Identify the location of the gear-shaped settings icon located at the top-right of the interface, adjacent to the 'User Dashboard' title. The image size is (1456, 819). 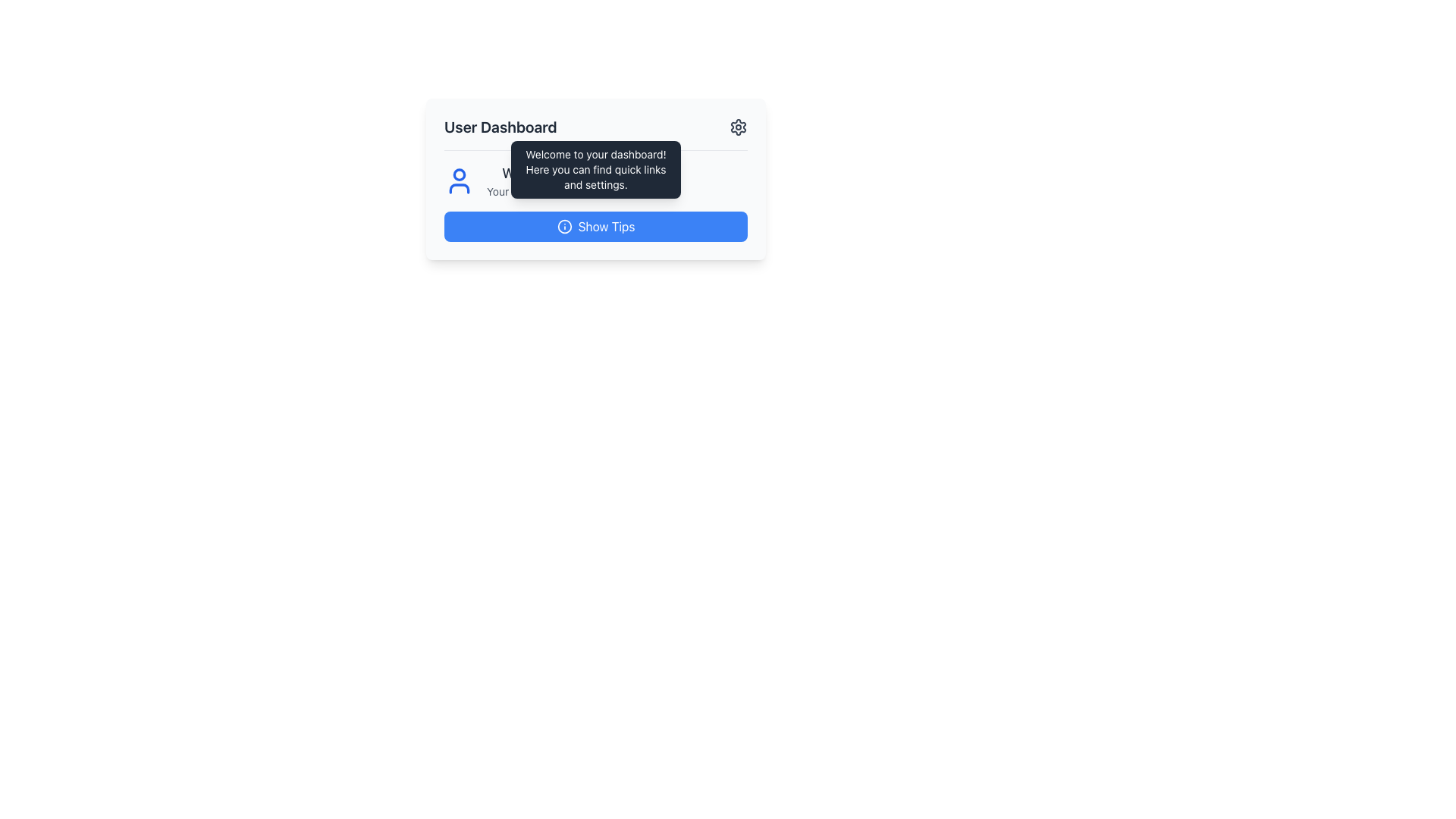
(739, 127).